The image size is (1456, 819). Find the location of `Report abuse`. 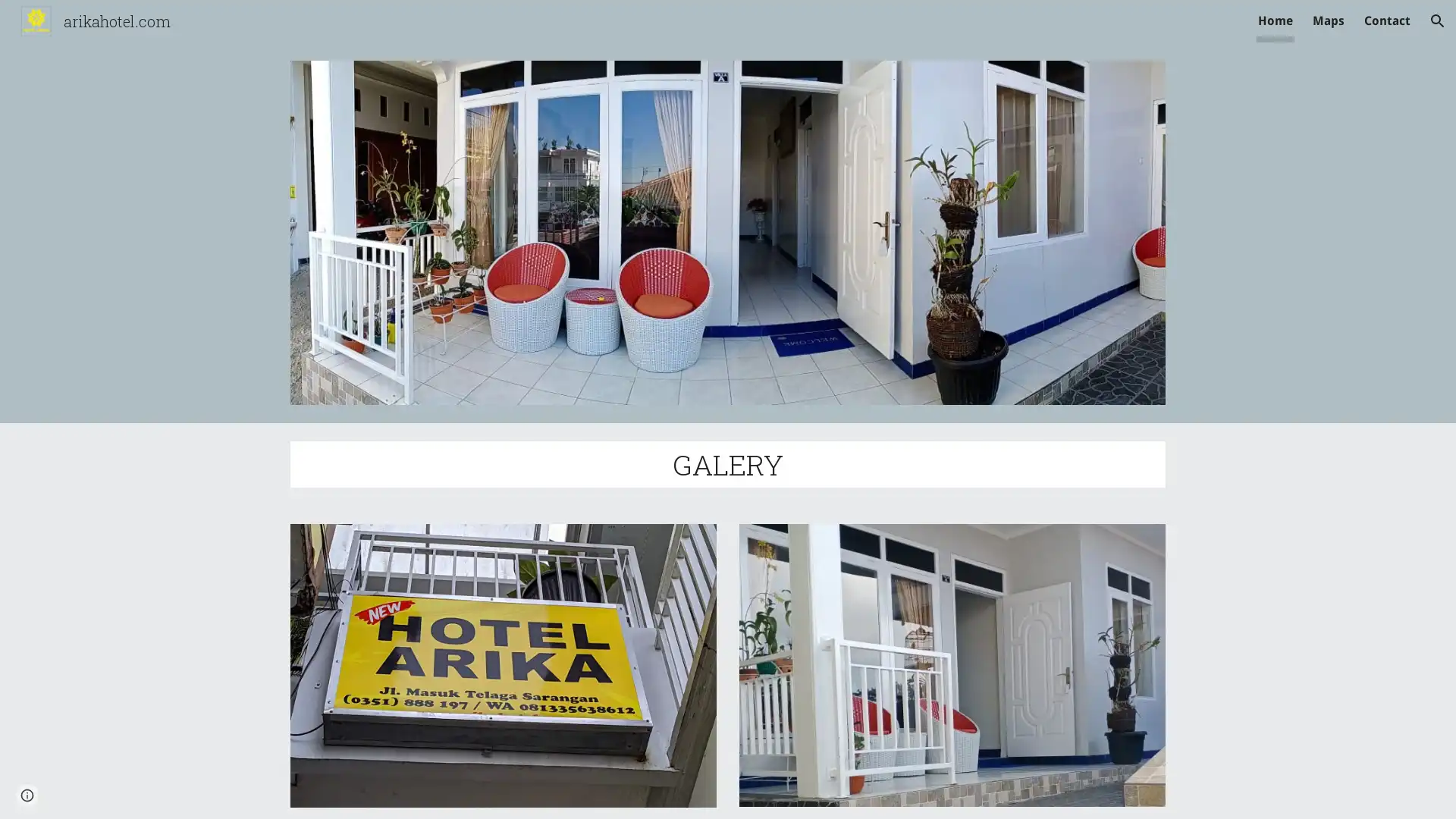

Report abuse is located at coordinates (182, 792).